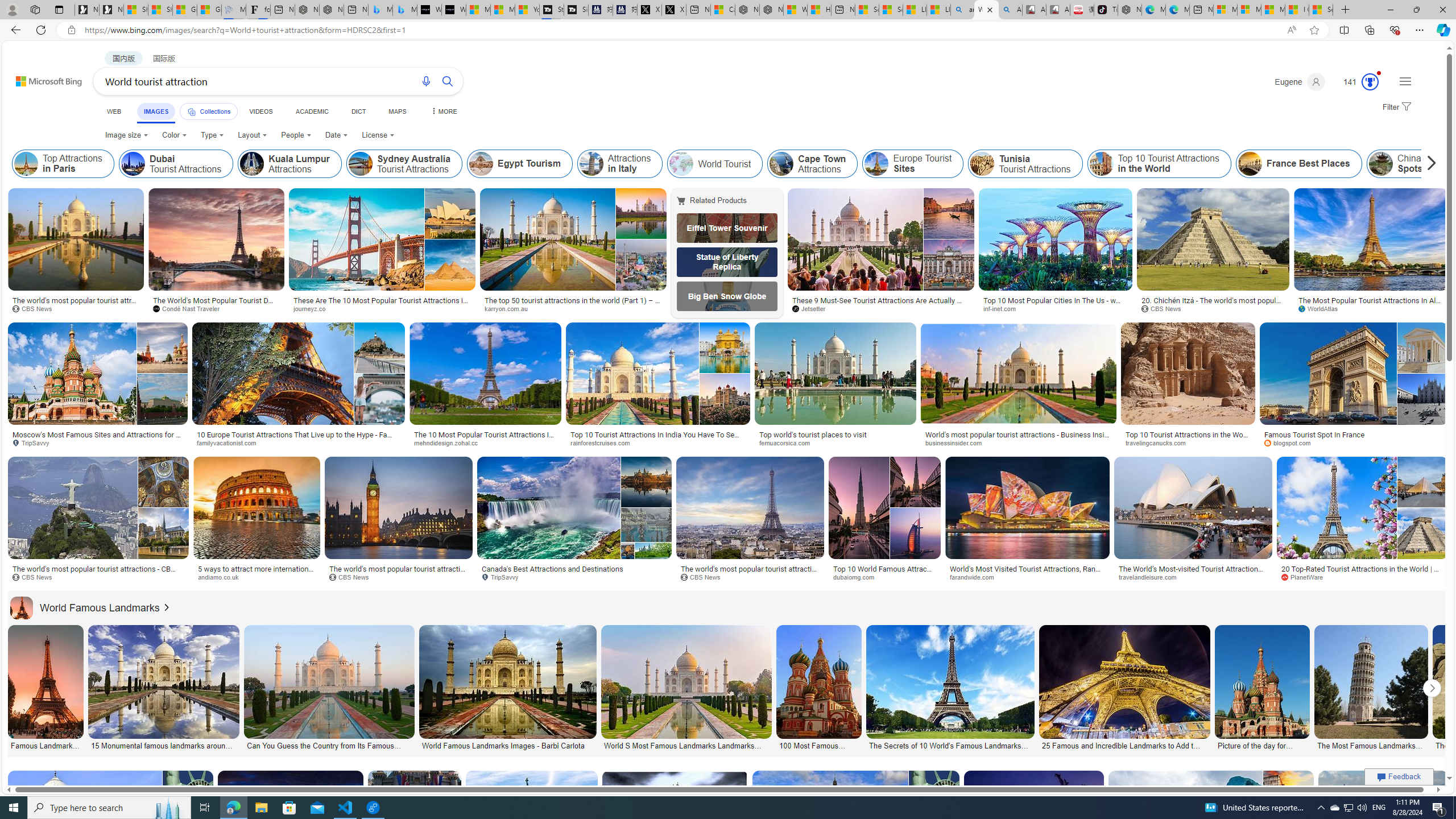 The width and height of the screenshot is (1456, 819). What do you see at coordinates (253, 135) in the screenshot?
I see `'Layout'` at bounding box center [253, 135].